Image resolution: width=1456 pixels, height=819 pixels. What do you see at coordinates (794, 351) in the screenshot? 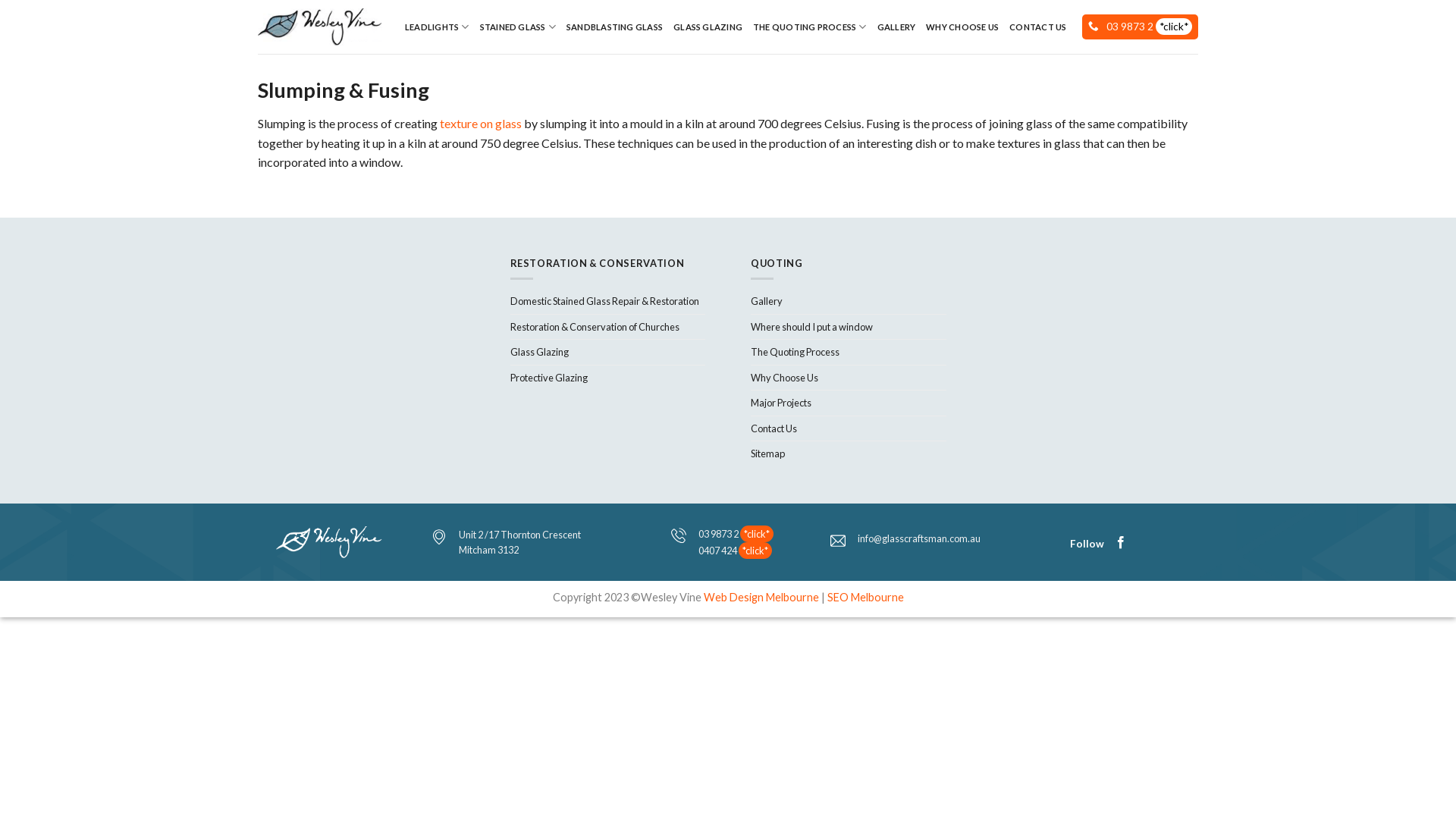
I see `'The Quoting Process'` at bounding box center [794, 351].